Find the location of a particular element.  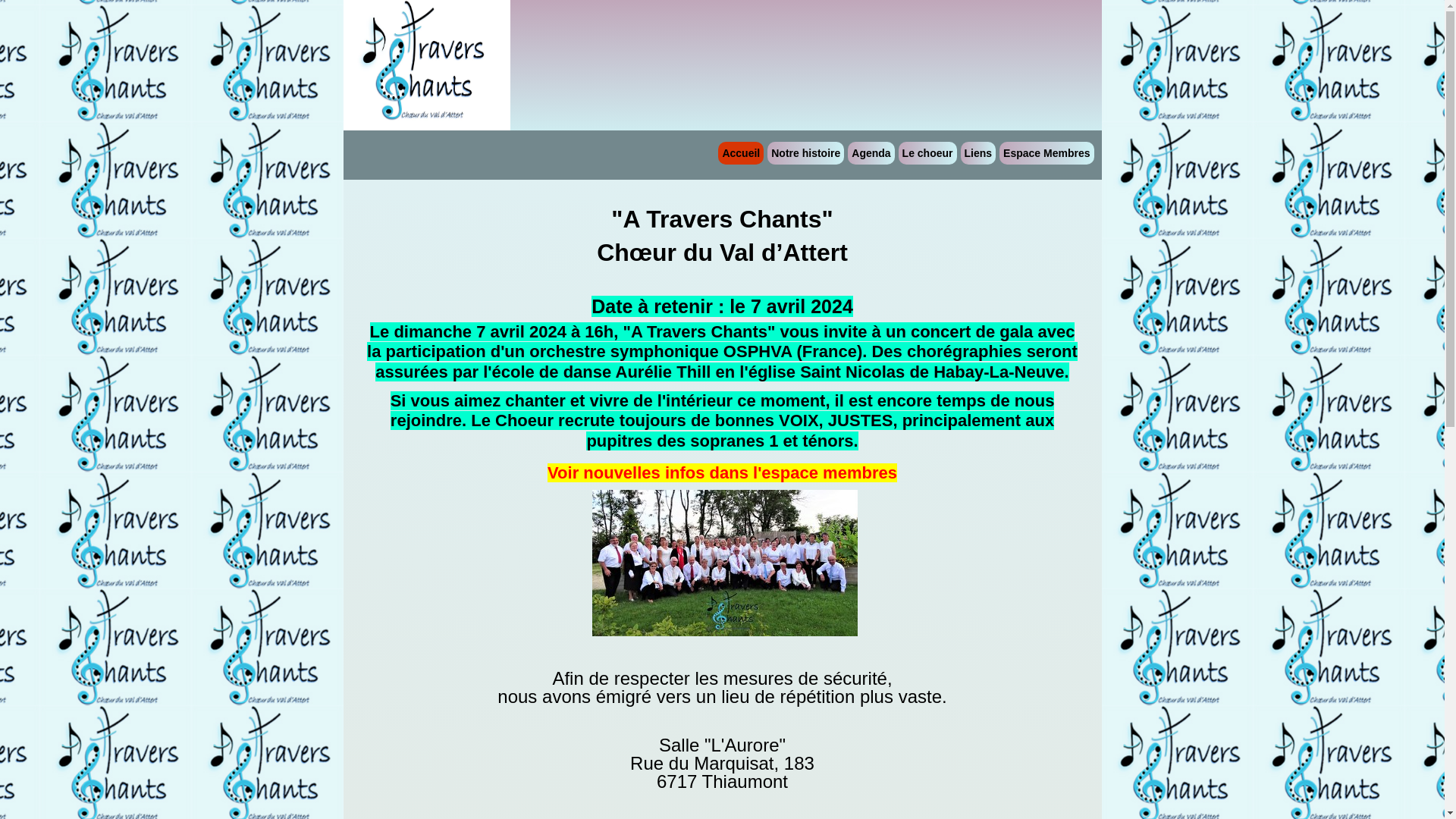

'Liens' is located at coordinates (978, 152).